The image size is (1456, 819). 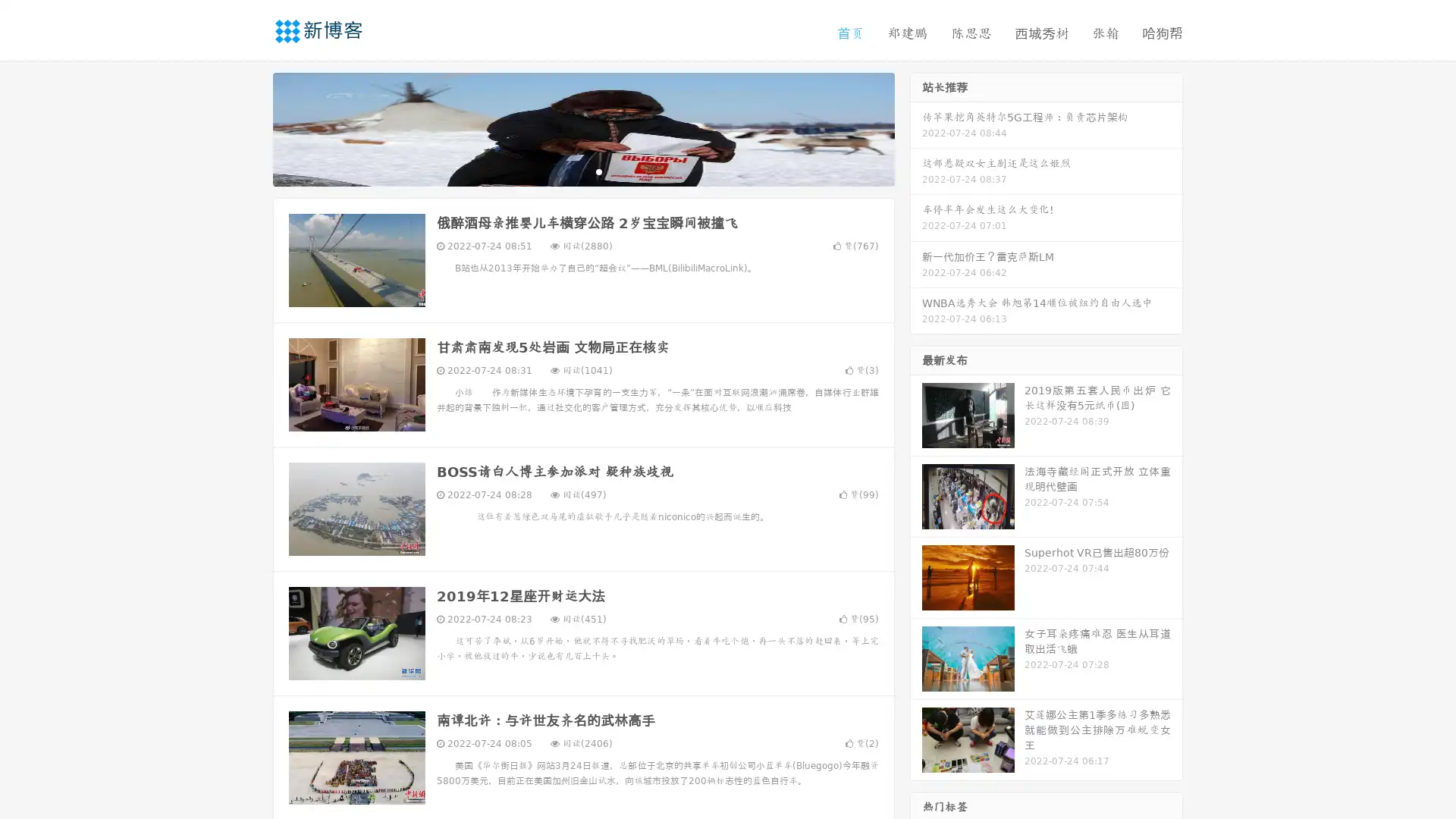 I want to click on Go to slide 1, so click(x=567, y=171).